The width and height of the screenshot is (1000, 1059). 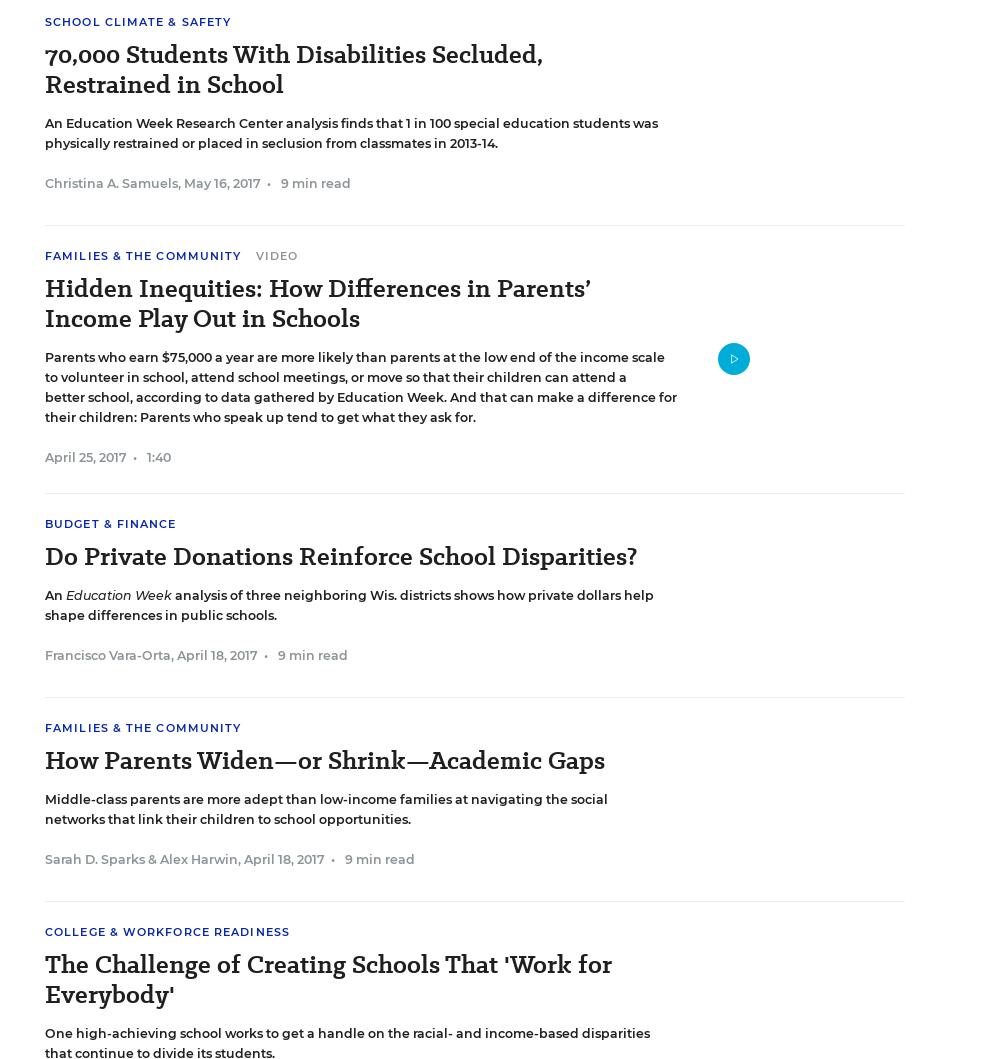 What do you see at coordinates (45, 655) in the screenshot?
I see `'Francisco Vara-Orta'` at bounding box center [45, 655].